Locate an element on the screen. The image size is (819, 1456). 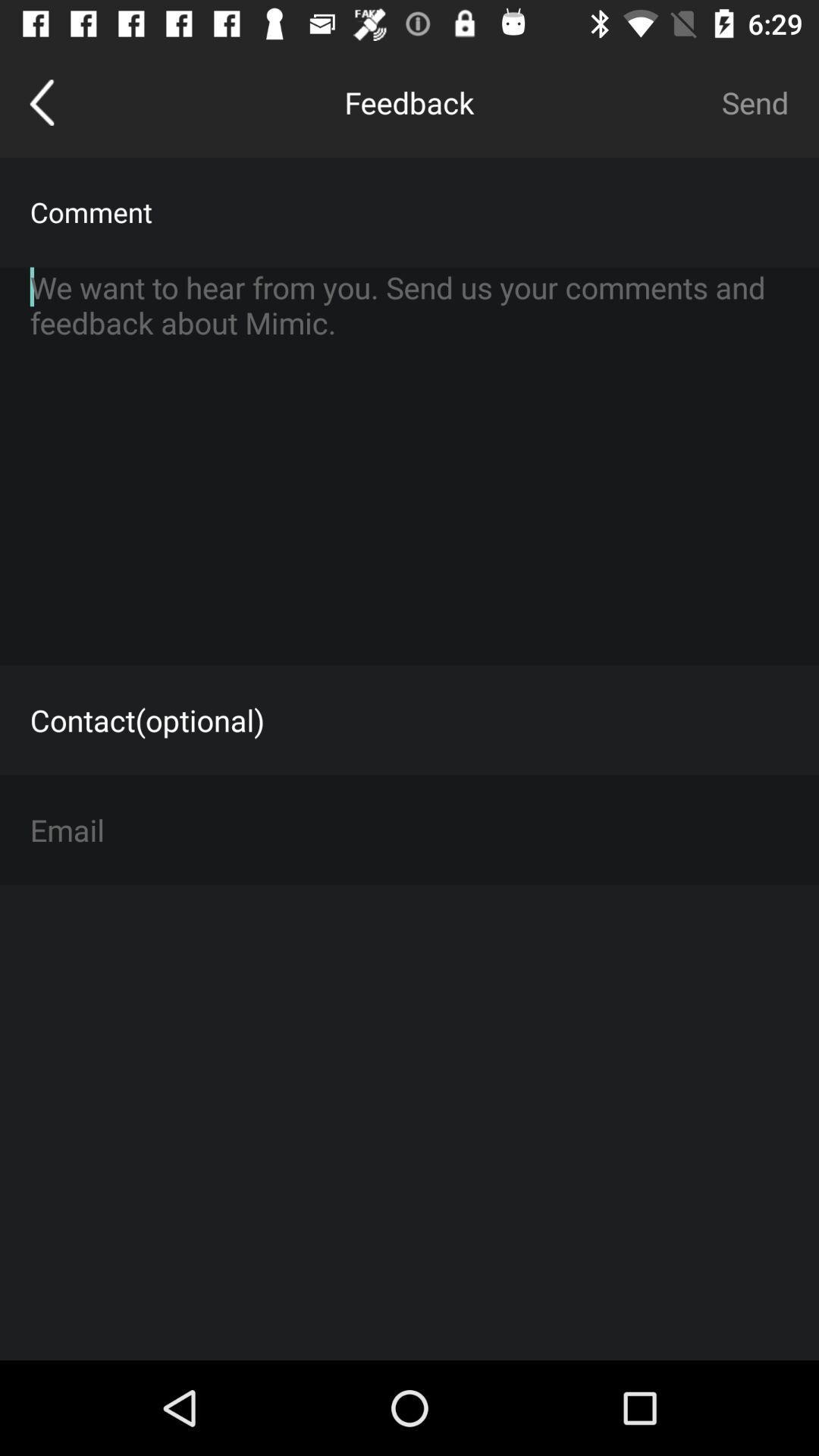
type comments in text box is located at coordinates (409, 465).